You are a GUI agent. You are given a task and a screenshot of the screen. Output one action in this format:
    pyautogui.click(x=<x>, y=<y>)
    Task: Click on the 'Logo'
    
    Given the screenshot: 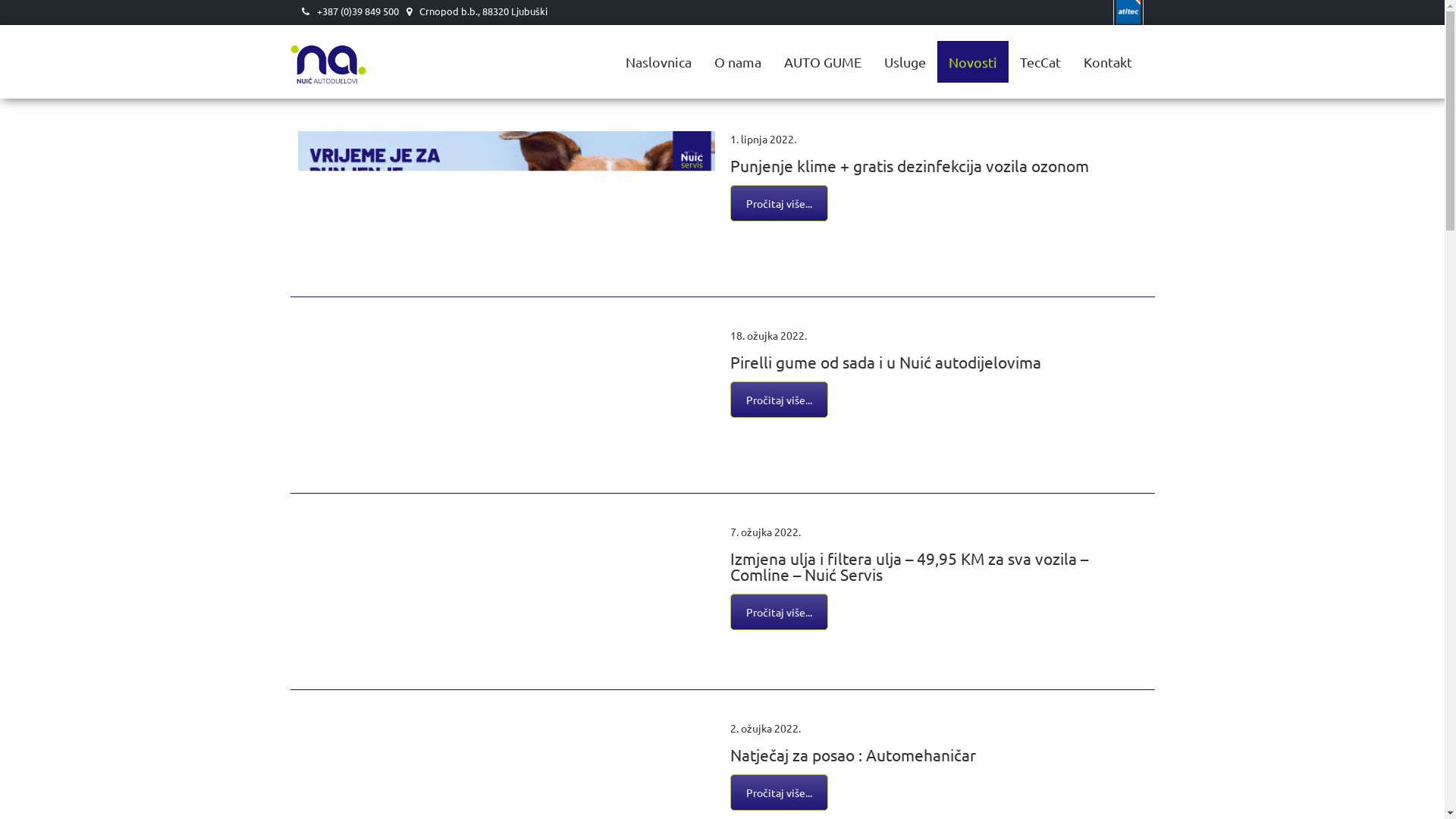 What is the action you would take?
    pyautogui.click(x=279, y=43)
    